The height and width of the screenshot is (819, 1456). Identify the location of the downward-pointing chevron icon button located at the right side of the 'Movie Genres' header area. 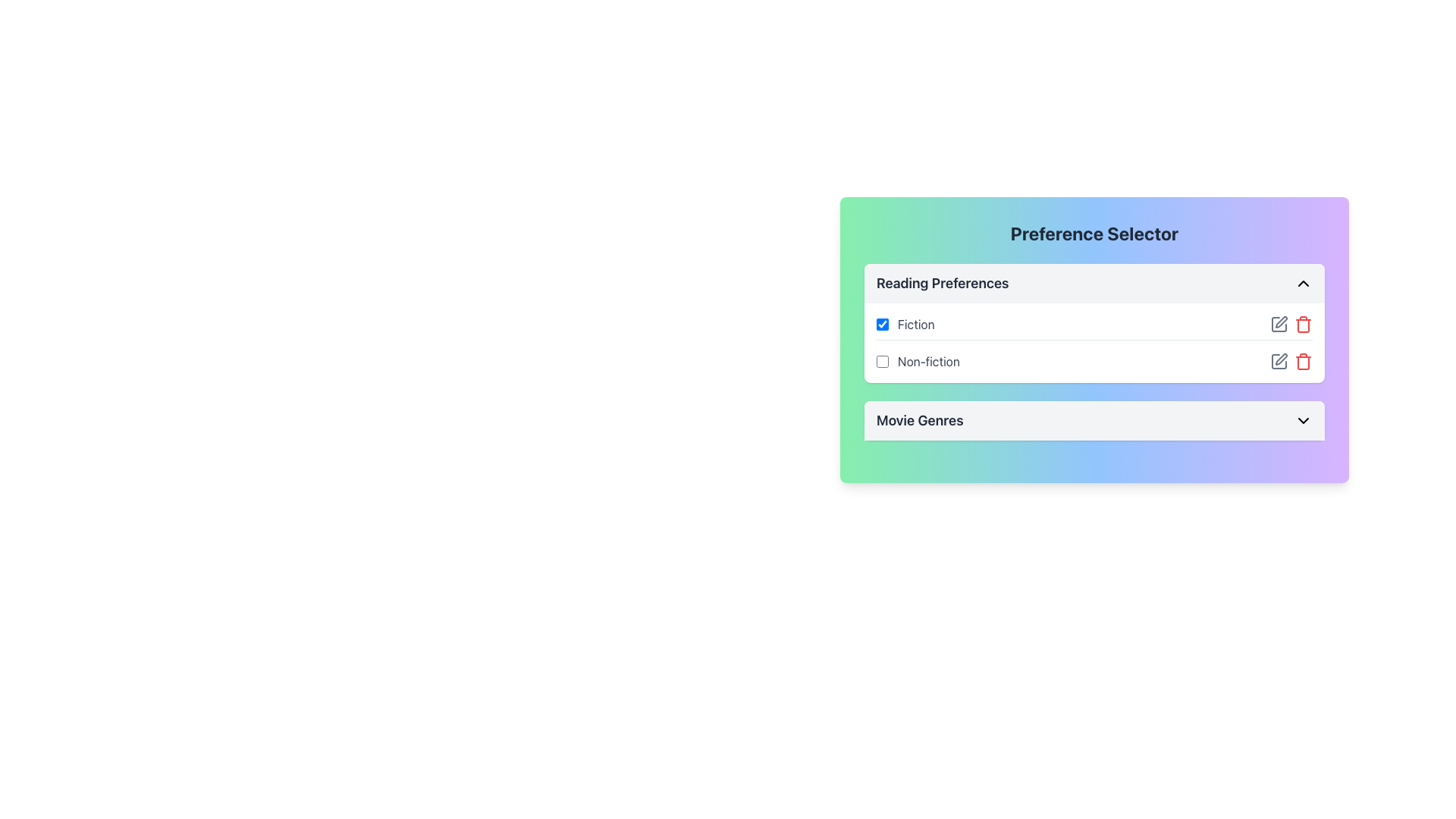
(1302, 421).